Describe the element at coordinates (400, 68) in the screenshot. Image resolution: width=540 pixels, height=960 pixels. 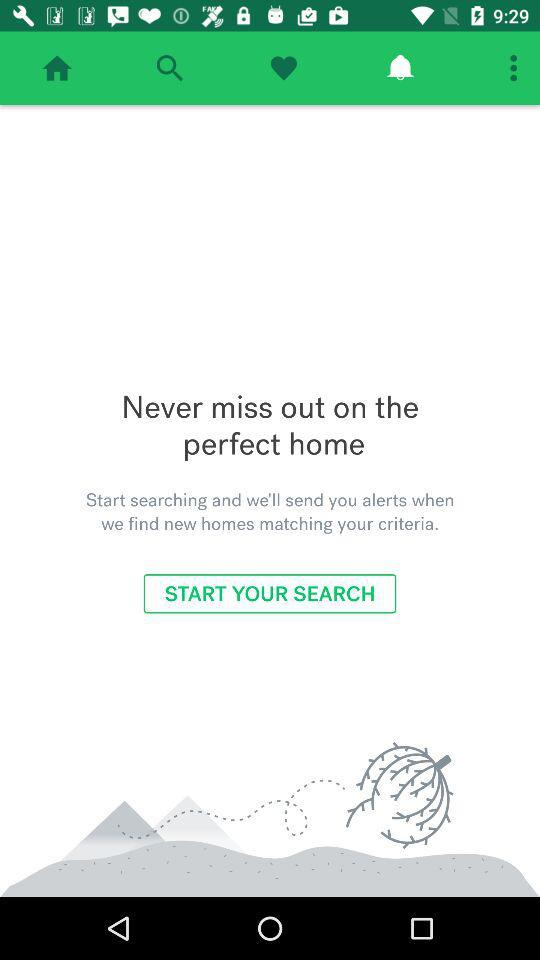
I see `check alerts/notifications` at that location.